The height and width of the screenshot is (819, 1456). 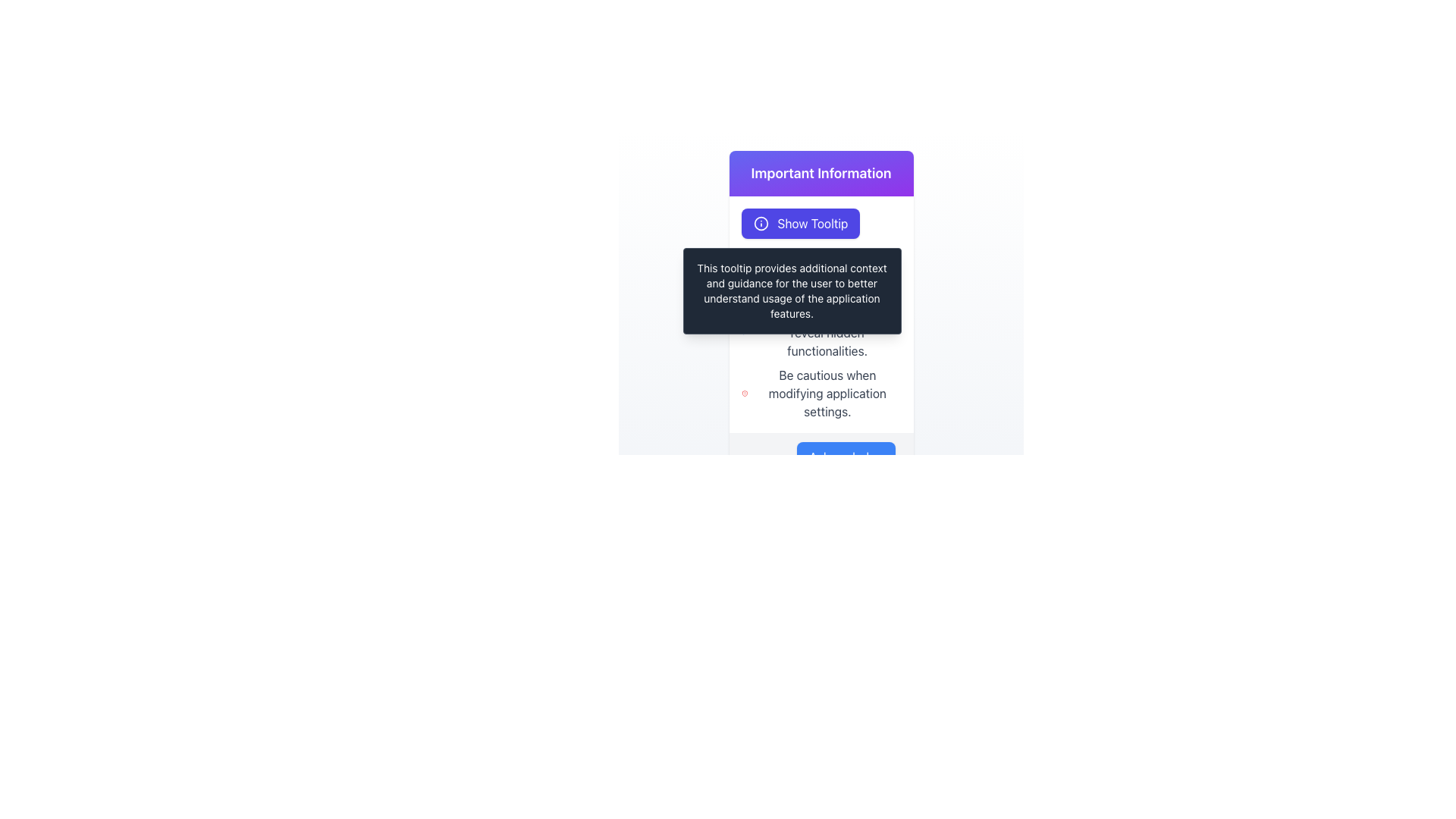 What do you see at coordinates (761, 223) in the screenshot?
I see `the Circle (SVG Element) within the 'Show Tooltip' button located beneath the 'Important Information' title` at bounding box center [761, 223].